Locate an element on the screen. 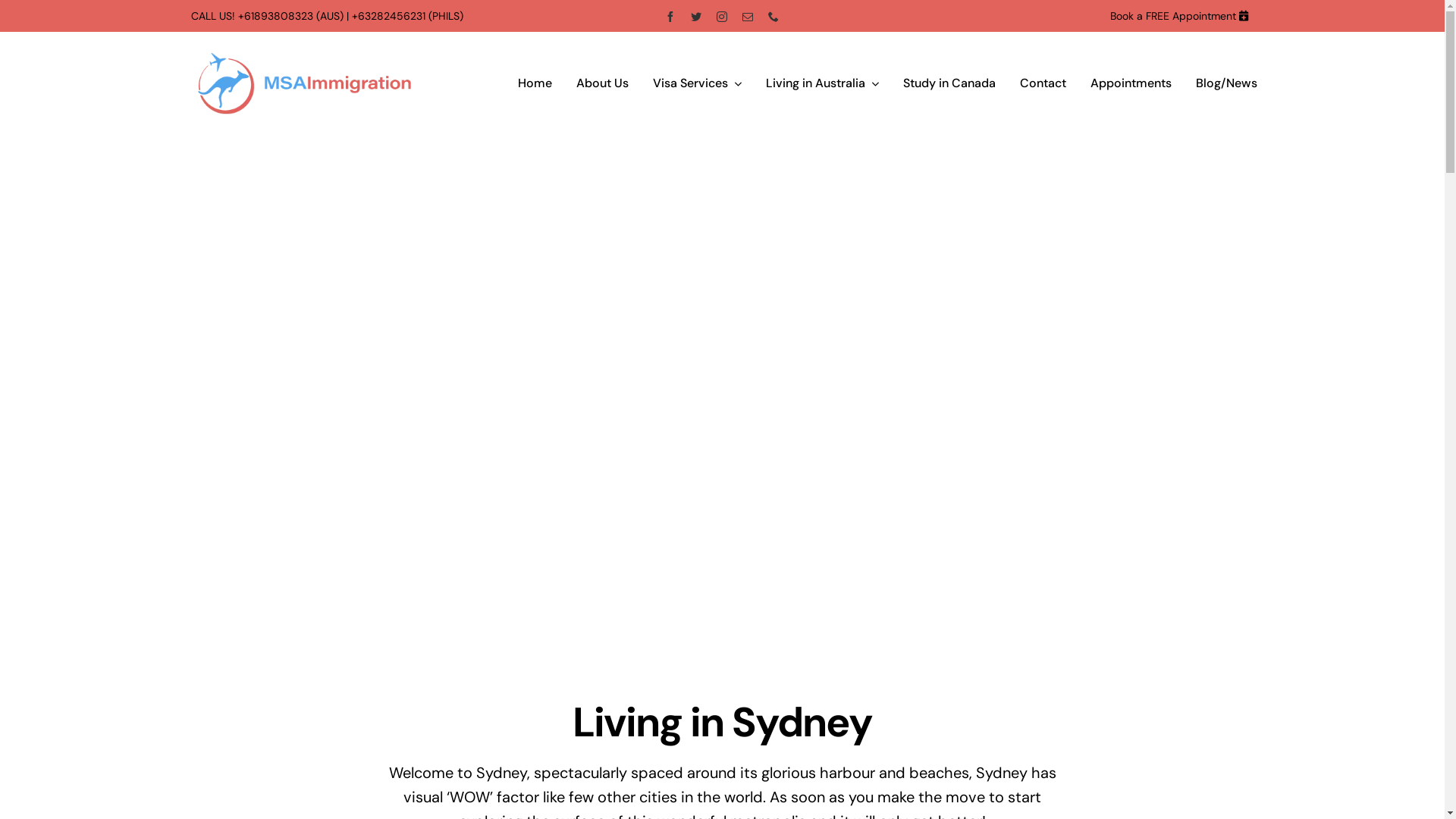 Image resolution: width=1456 pixels, height=819 pixels. 'Instagram' is located at coordinates (720, 15).